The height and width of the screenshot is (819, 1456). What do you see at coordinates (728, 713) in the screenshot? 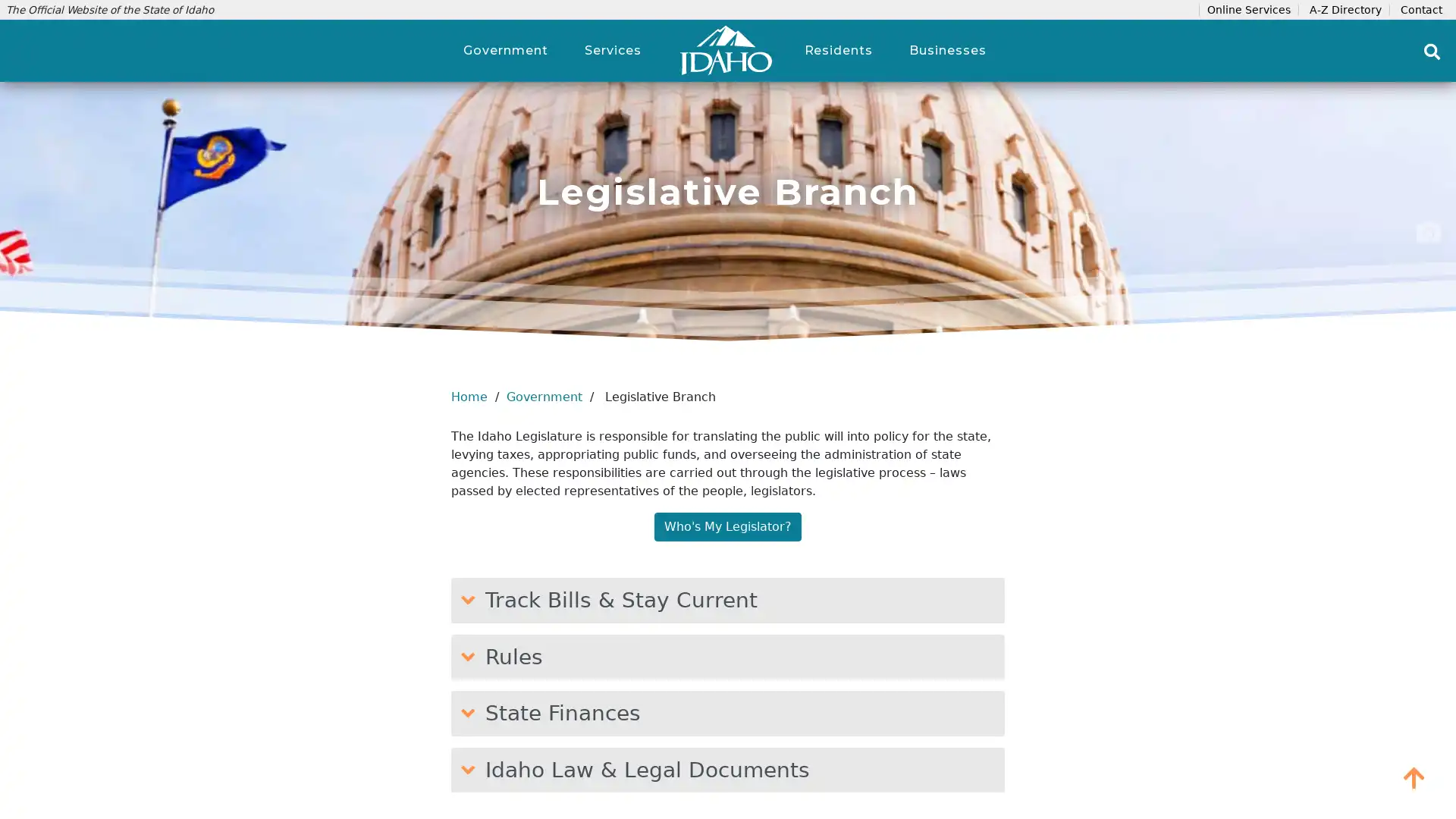
I see `State Finances` at bounding box center [728, 713].